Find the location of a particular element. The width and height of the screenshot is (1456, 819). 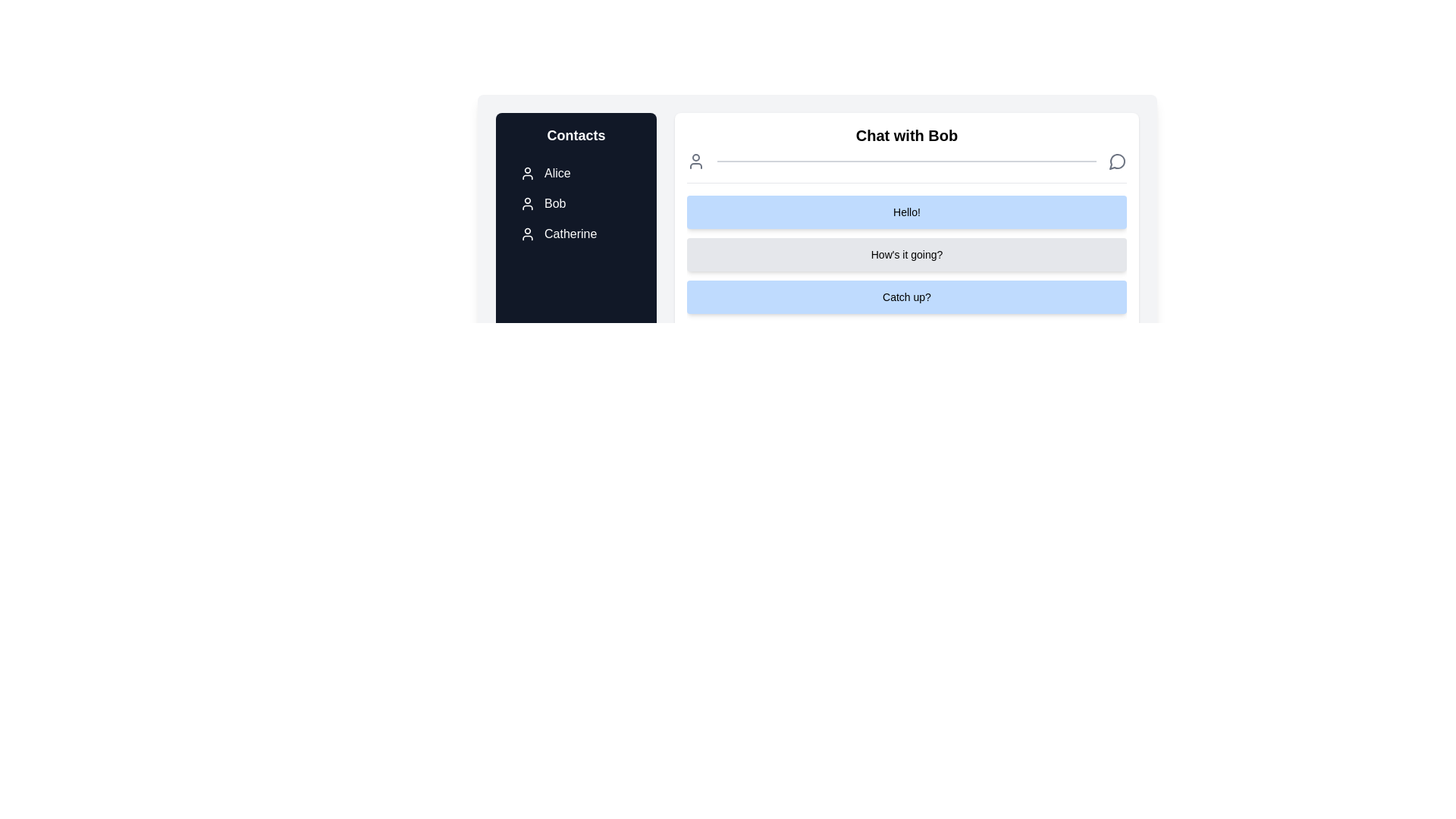

the SVG user silhouette icon associated with the list entry labeled 'Bob' in the contact list is located at coordinates (528, 203).